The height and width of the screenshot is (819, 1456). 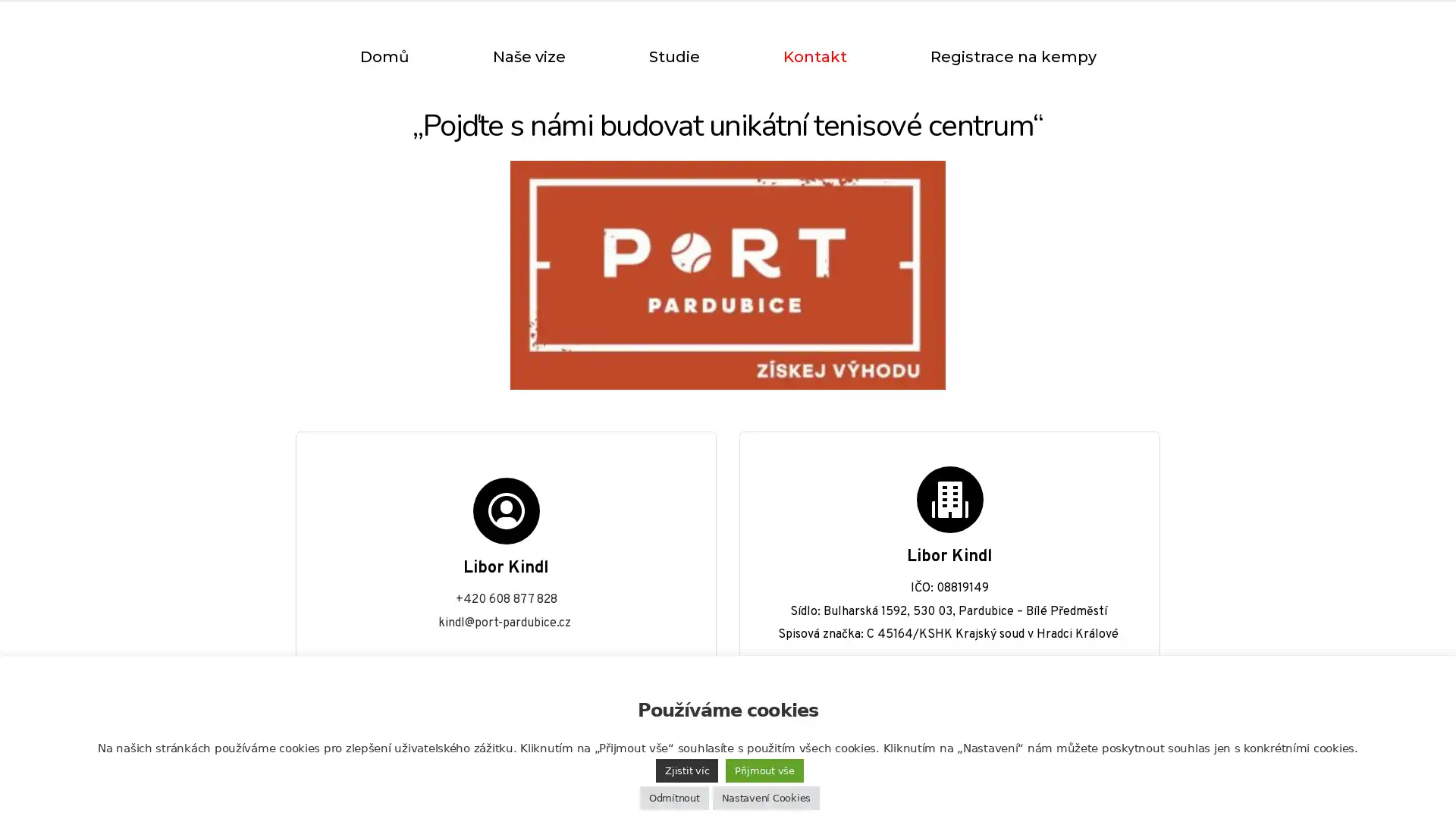 What do you see at coordinates (765, 797) in the screenshot?
I see `Nastaveni Cookies` at bounding box center [765, 797].